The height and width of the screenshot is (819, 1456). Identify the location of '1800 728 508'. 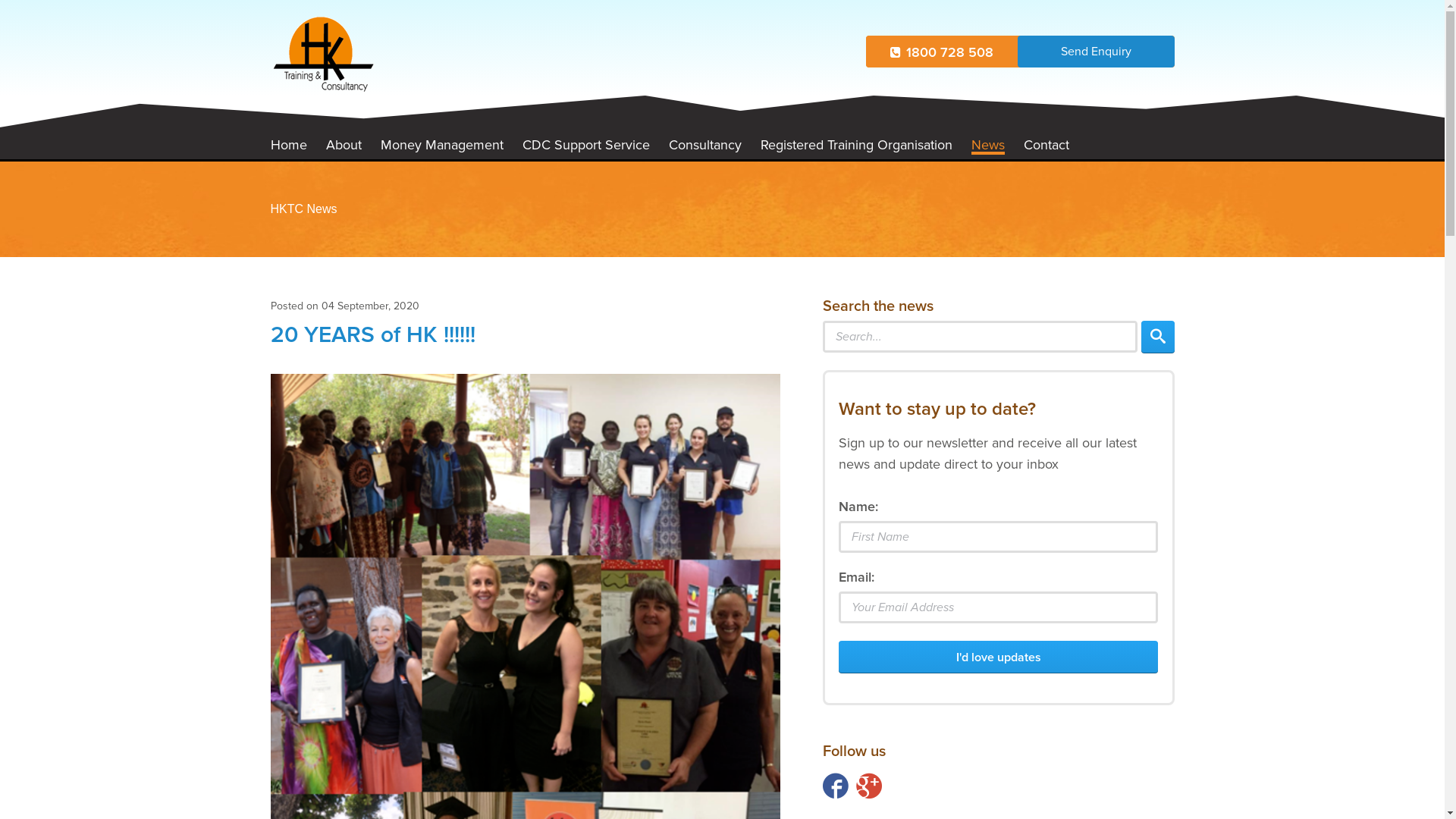
(941, 51).